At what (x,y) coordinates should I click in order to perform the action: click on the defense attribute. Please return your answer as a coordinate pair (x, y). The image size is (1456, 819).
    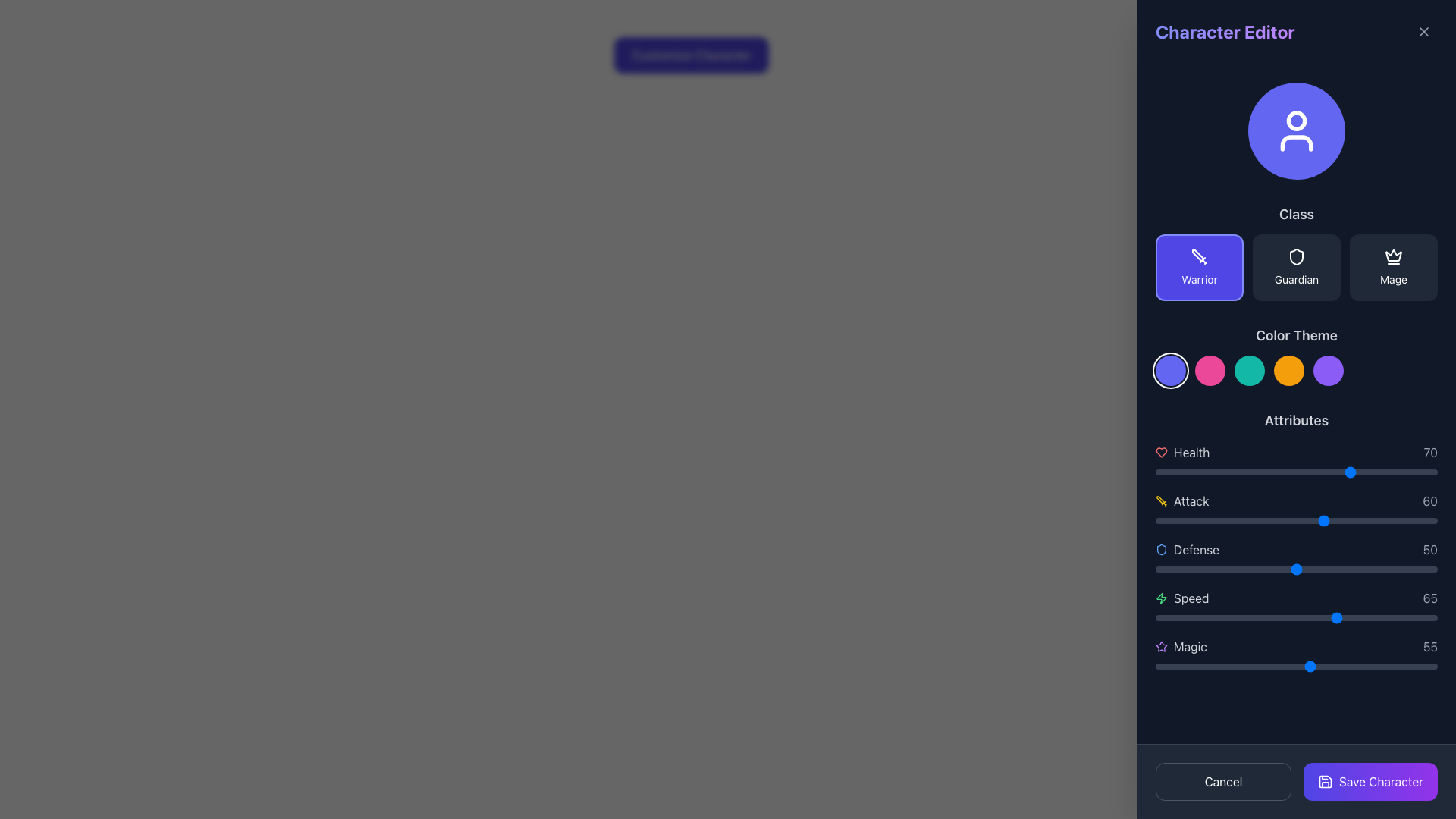
    Looking at the image, I should click on (1243, 570).